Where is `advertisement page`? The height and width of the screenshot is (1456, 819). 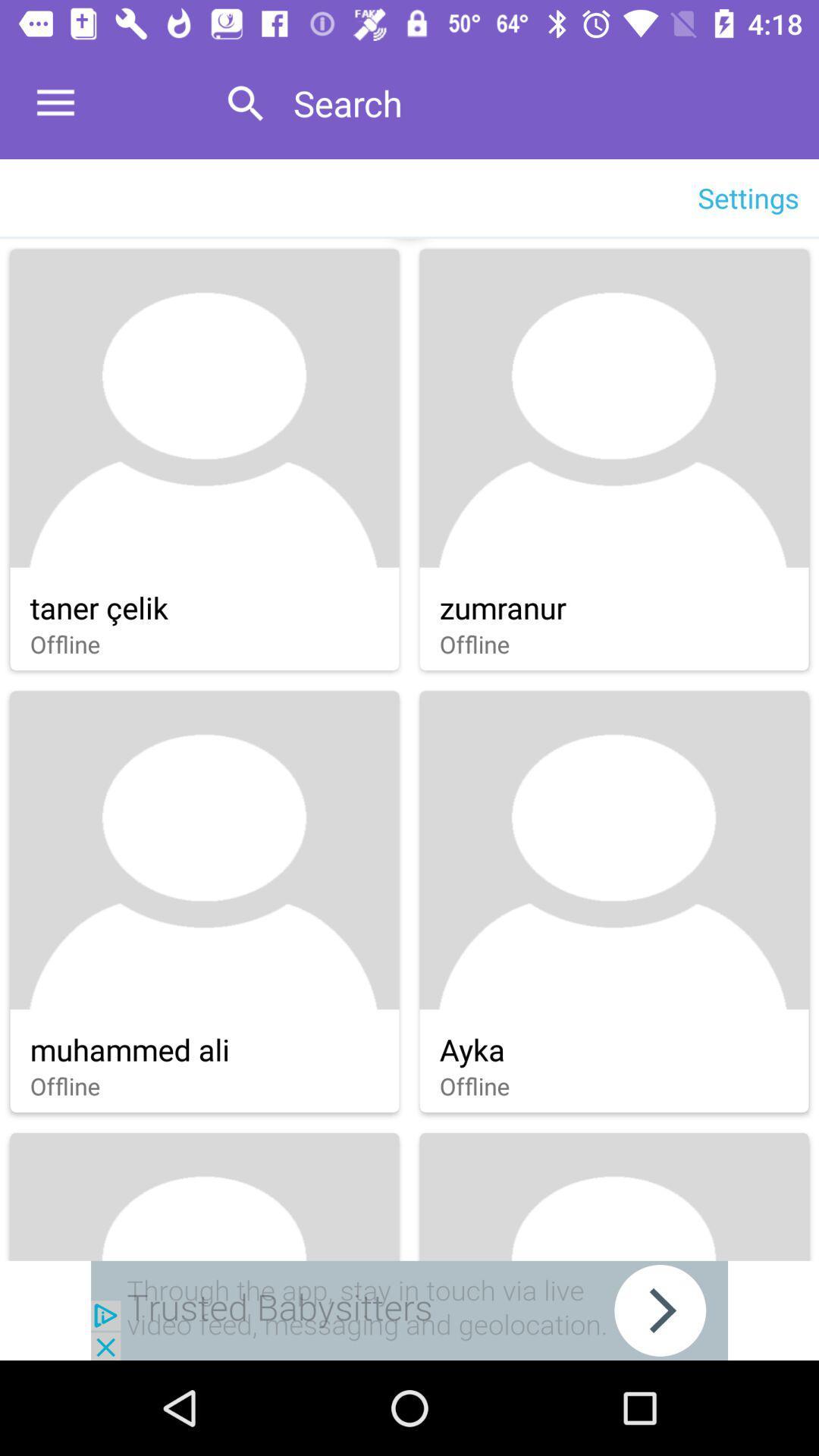 advertisement page is located at coordinates (409, 1310).